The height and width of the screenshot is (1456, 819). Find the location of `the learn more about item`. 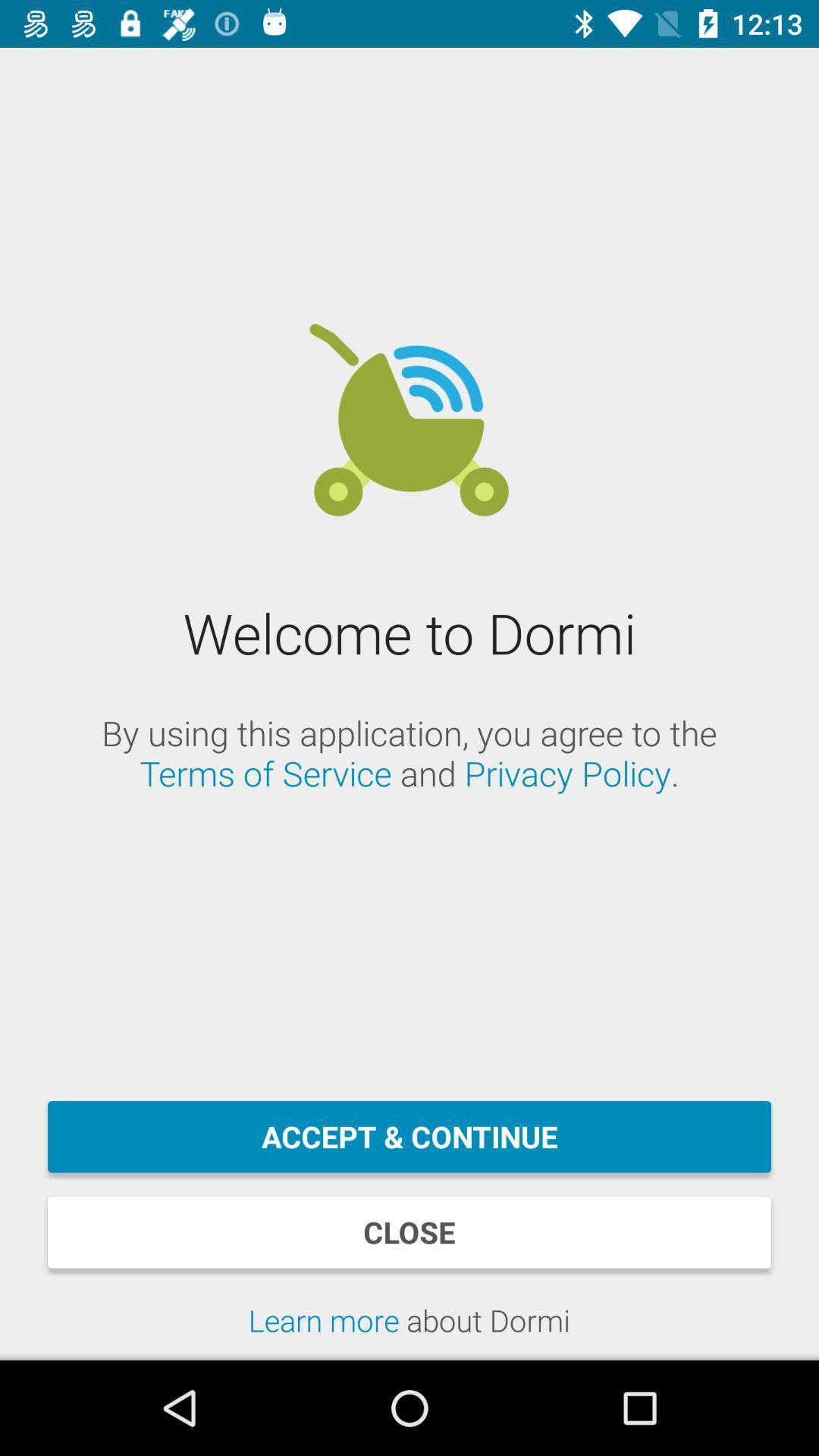

the learn more about item is located at coordinates (409, 1329).